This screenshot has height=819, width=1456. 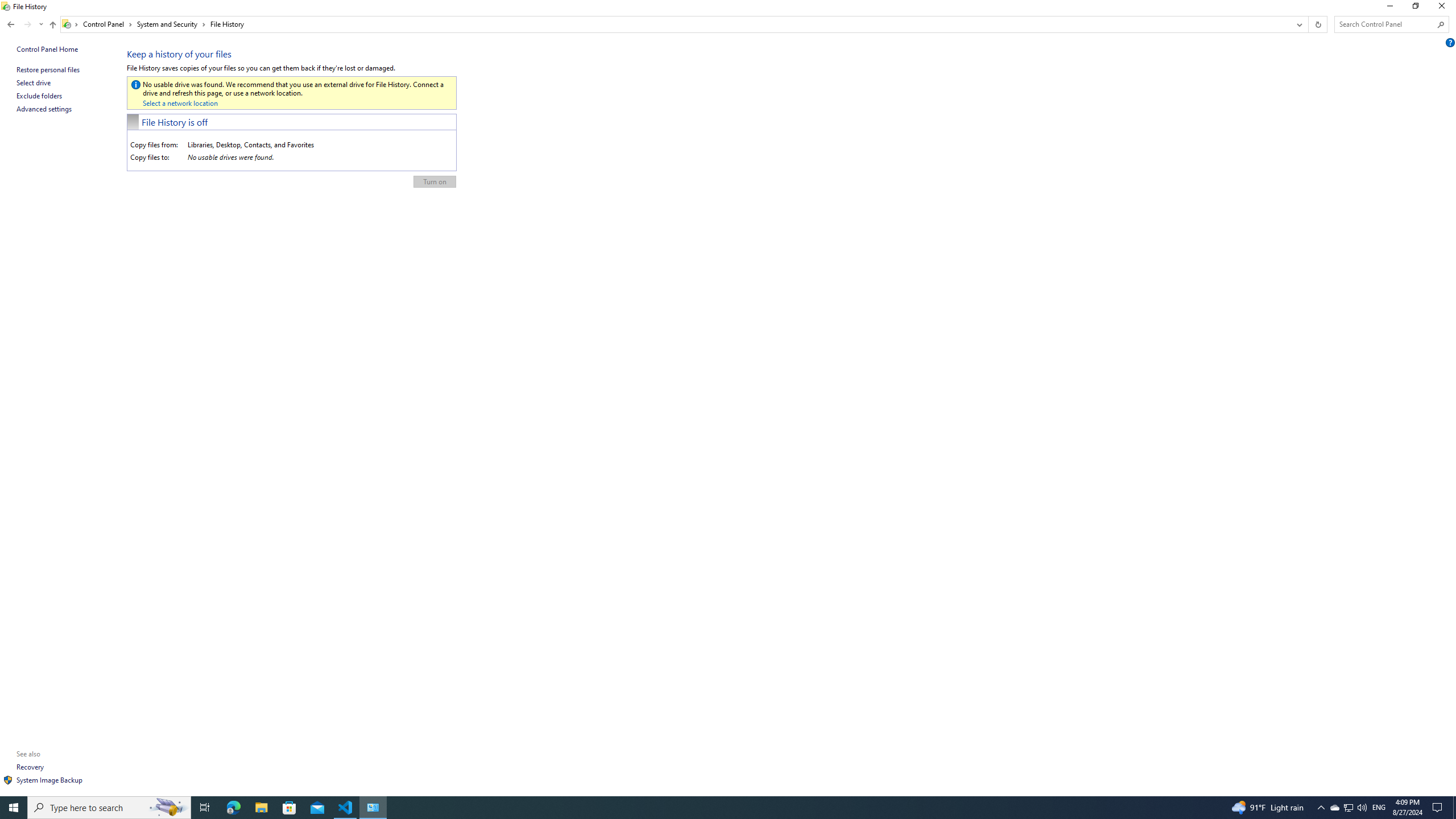 What do you see at coordinates (675, 24) in the screenshot?
I see `'Address: Control Panel\System and Security\File History'` at bounding box center [675, 24].